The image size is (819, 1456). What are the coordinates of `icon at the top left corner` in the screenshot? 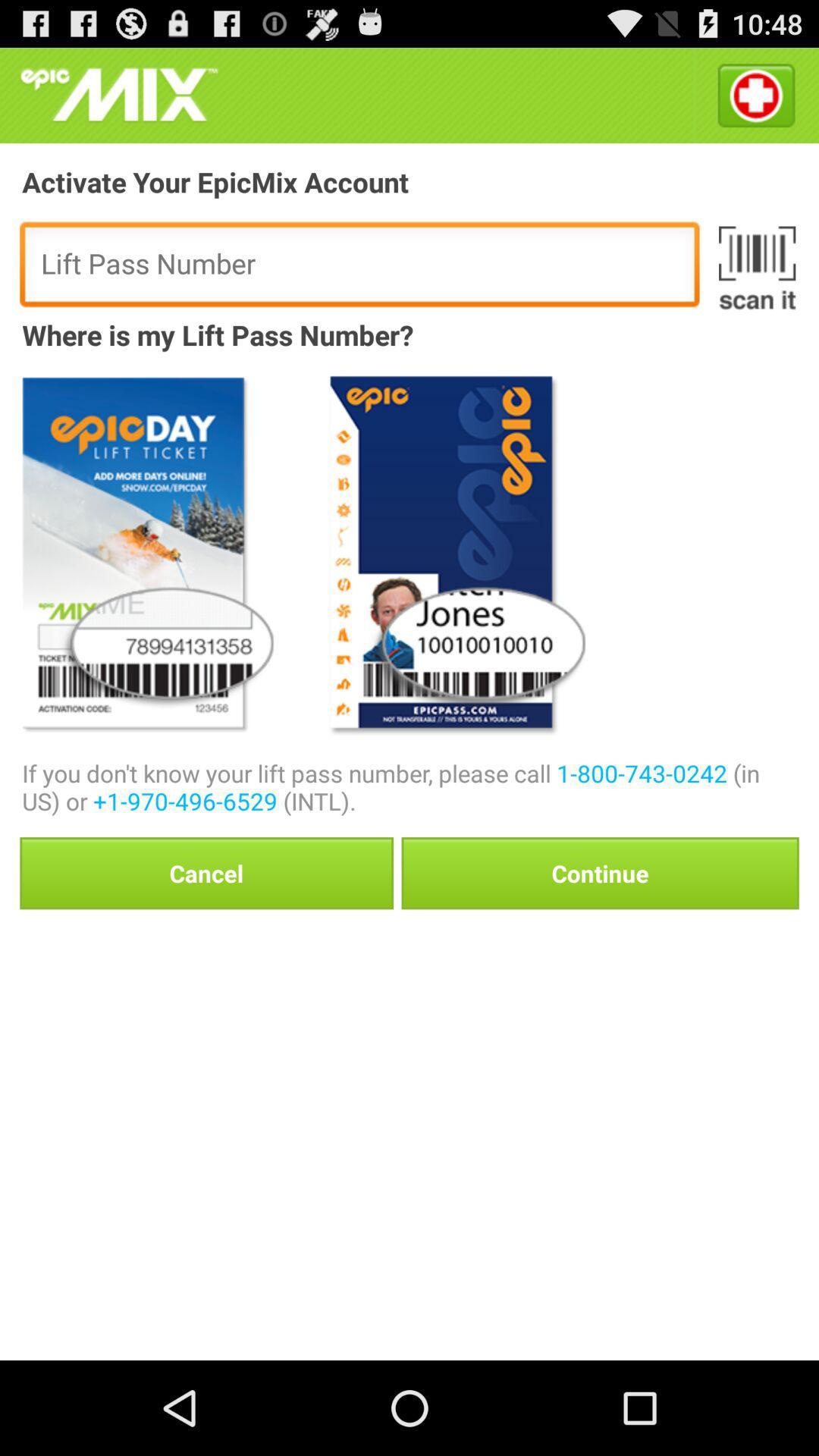 It's located at (118, 94).